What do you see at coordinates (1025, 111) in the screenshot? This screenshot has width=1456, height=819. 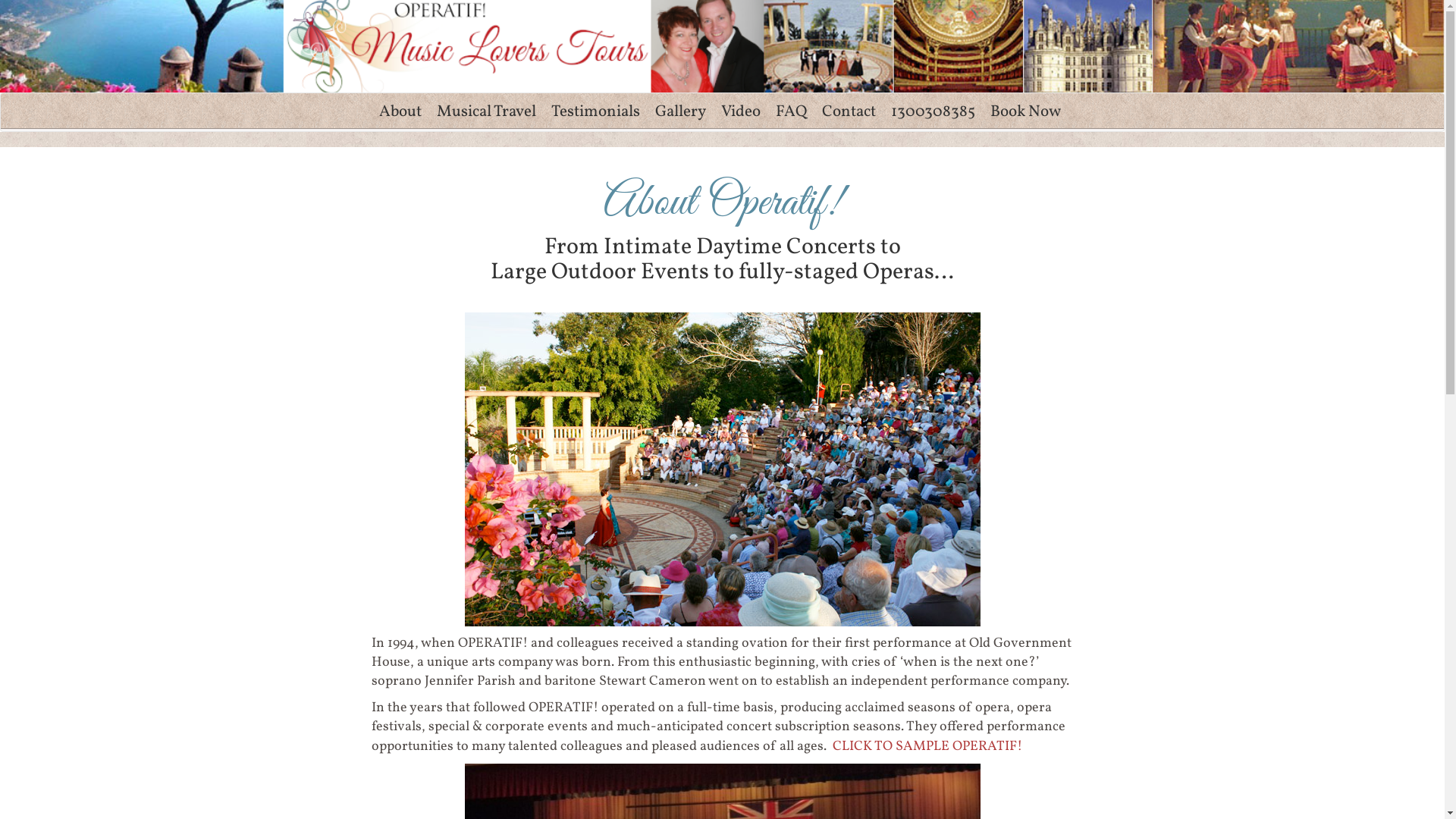 I see `'Book Now'` at bounding box center [1025, 111].